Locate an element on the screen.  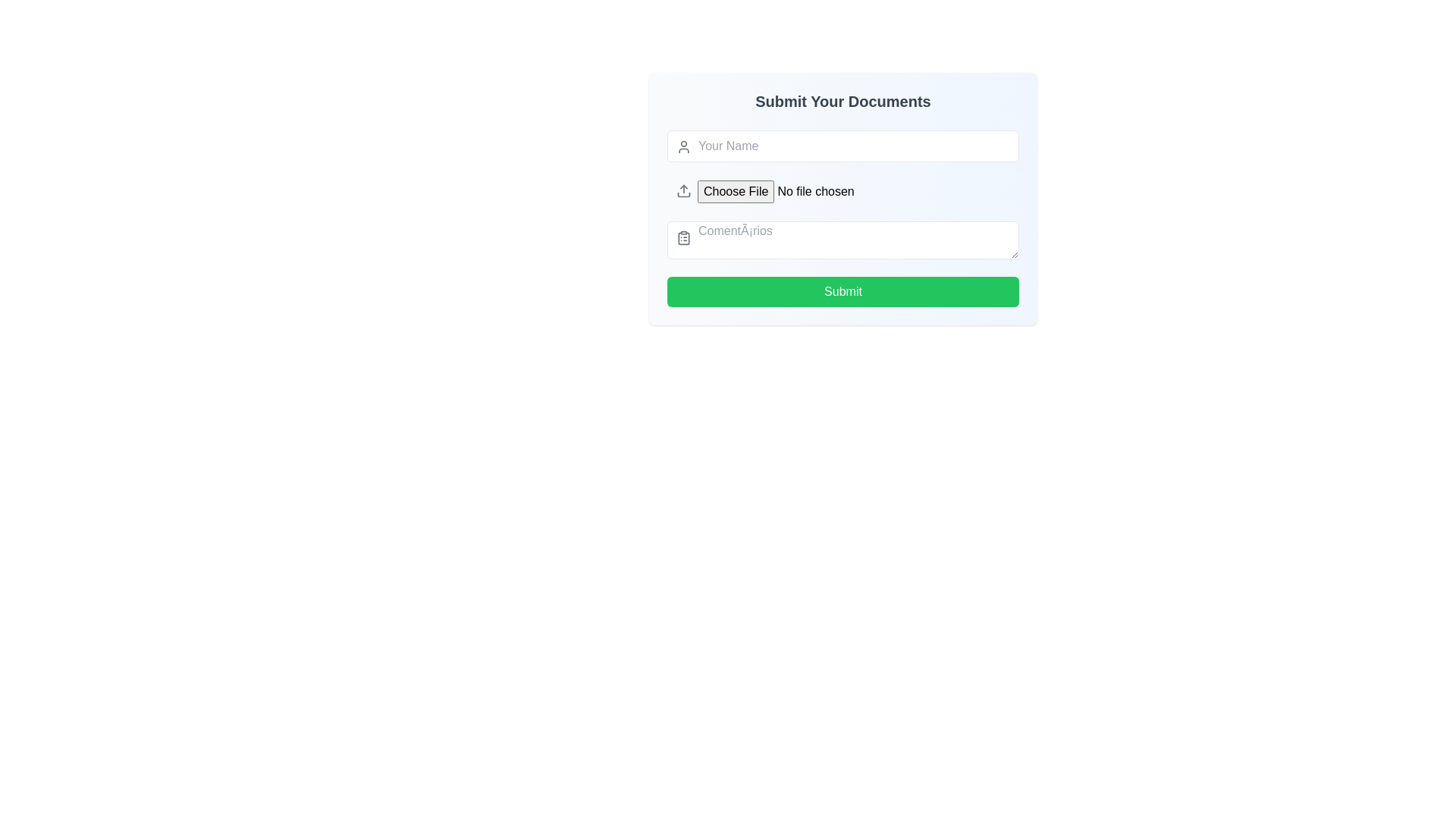
the comment icon located in the top-left corner of the 'Comentários' input field to provide contextual guidance for writing comments is located at coordinates (683, 237).